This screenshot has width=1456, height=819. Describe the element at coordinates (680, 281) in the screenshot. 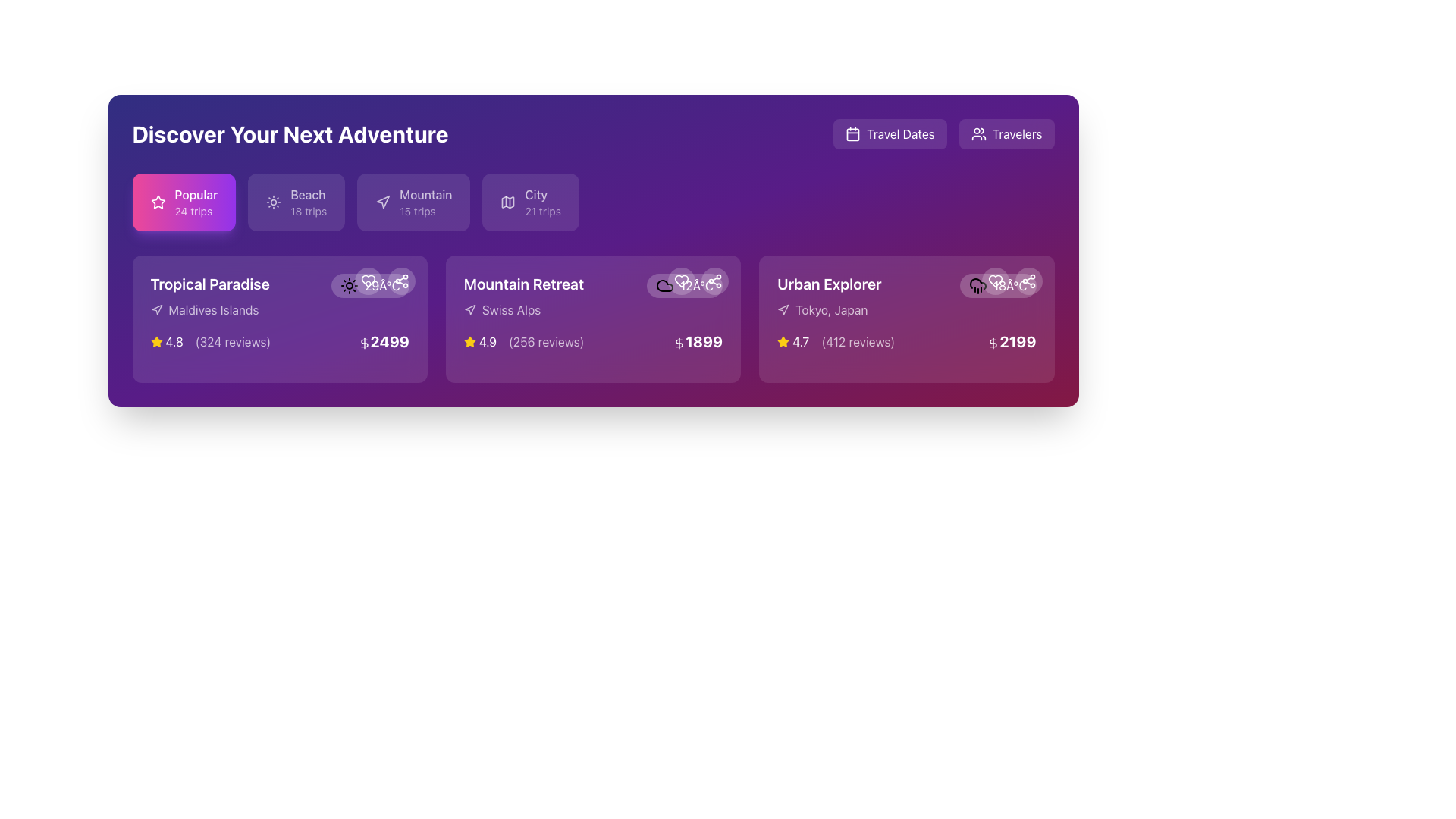

I see `the leftmost button in the group of two circular buttons located in the top-right corner of the 'Mountain Retreat' card to favorite or unfavorite the item` at that location.